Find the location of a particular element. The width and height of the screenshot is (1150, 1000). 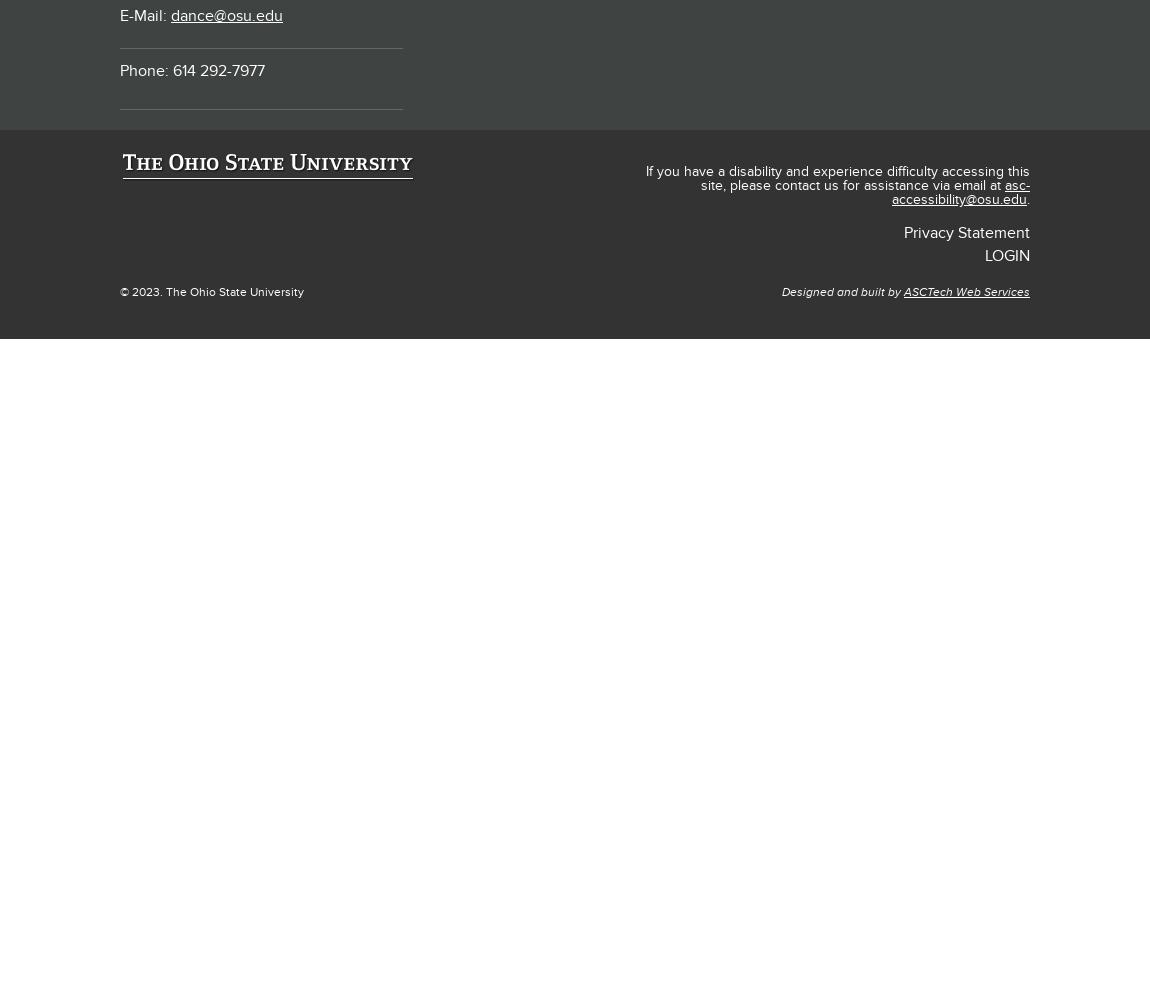

'If you have a disability and experience difficulty accessing this site, please contact us for assistance via email at' is located at coordinates (837, 178).